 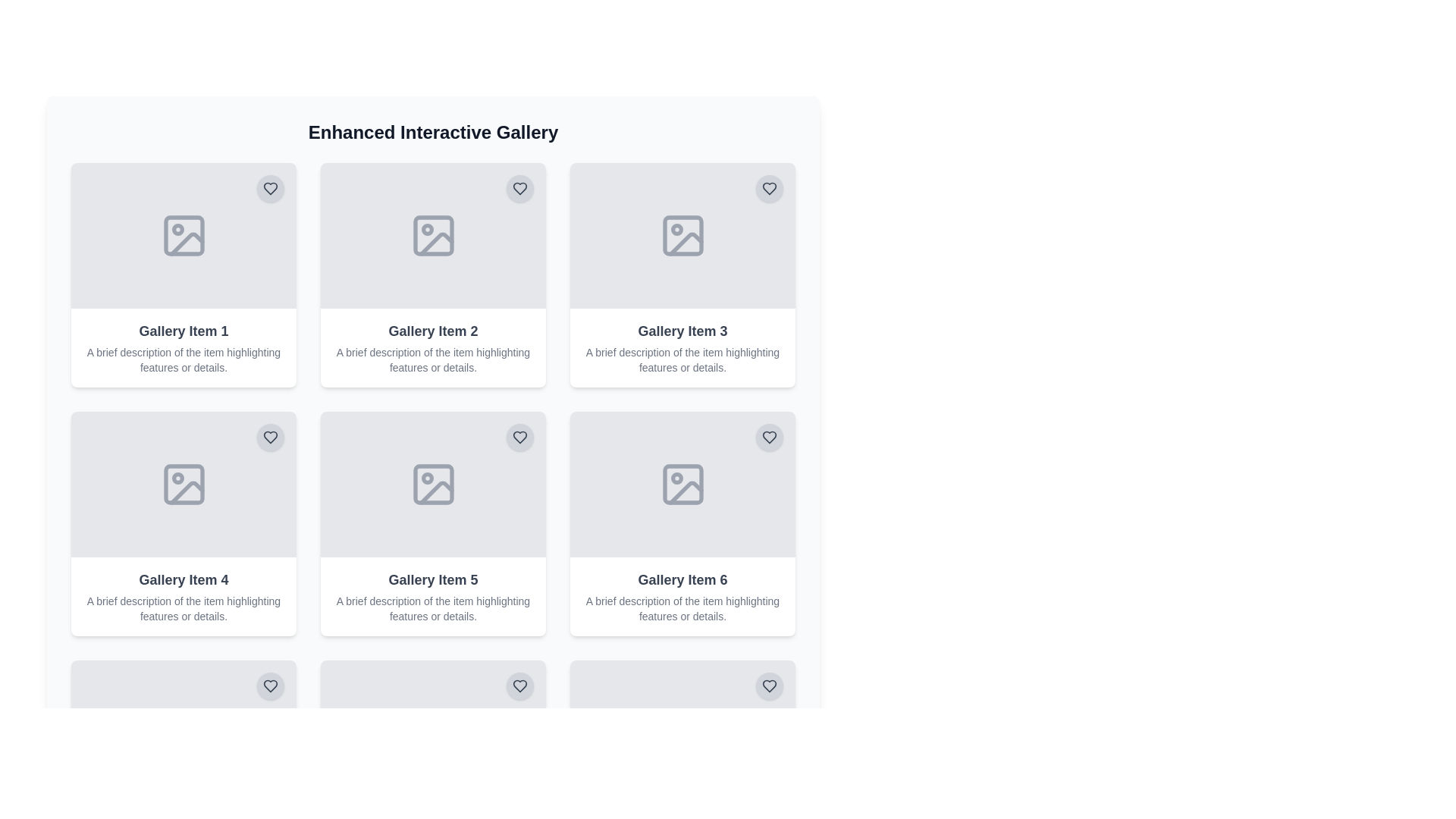 What do you see at coordinates (682, 236) in the screenshot?
I see `the decorative placeholder icon in the third gallery item of the first row of the interactive gallery` at bounding box center [682, 236].